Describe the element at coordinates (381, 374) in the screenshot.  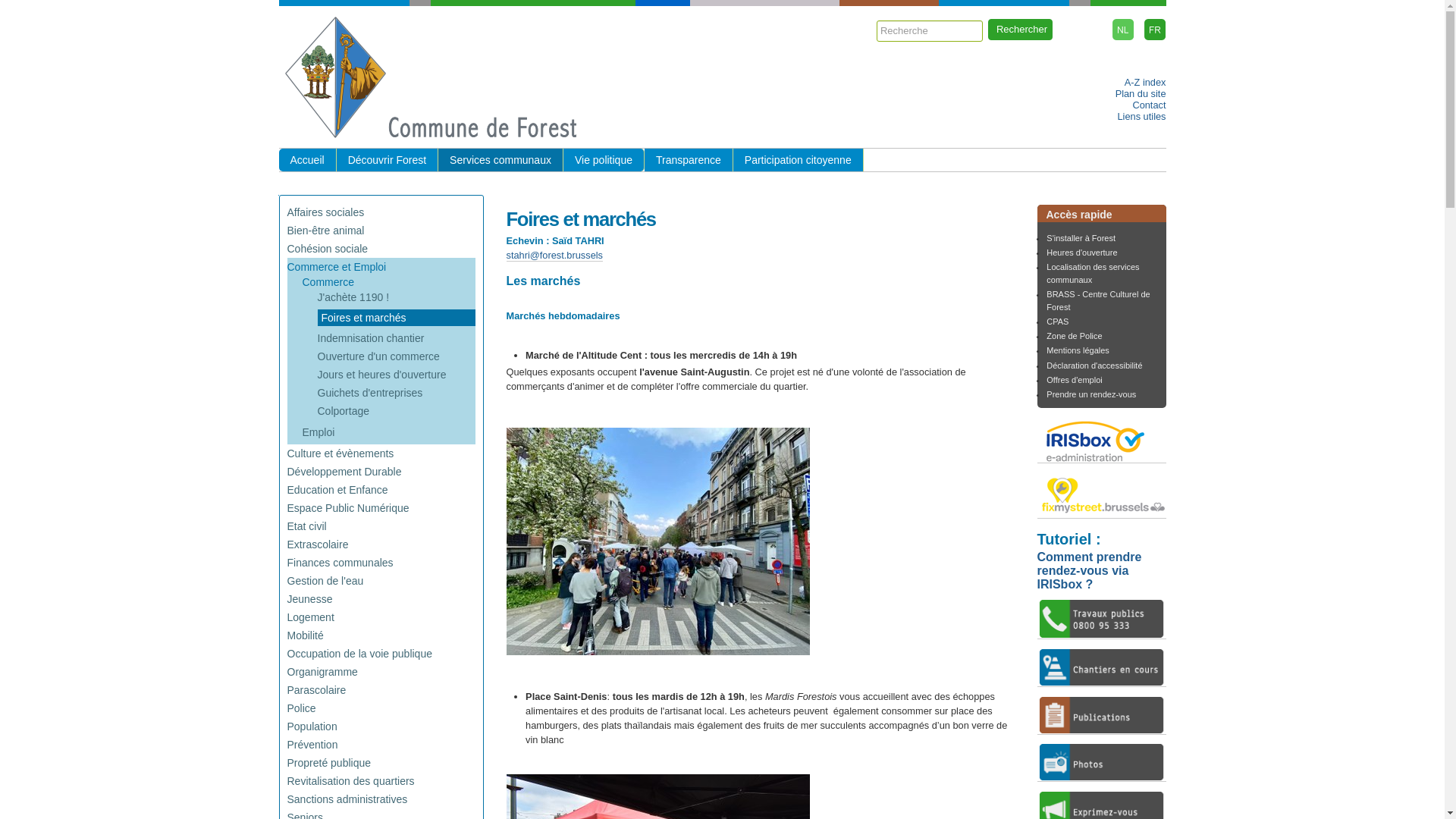
I see `'Jours et heures d'ouverture'` at that location.